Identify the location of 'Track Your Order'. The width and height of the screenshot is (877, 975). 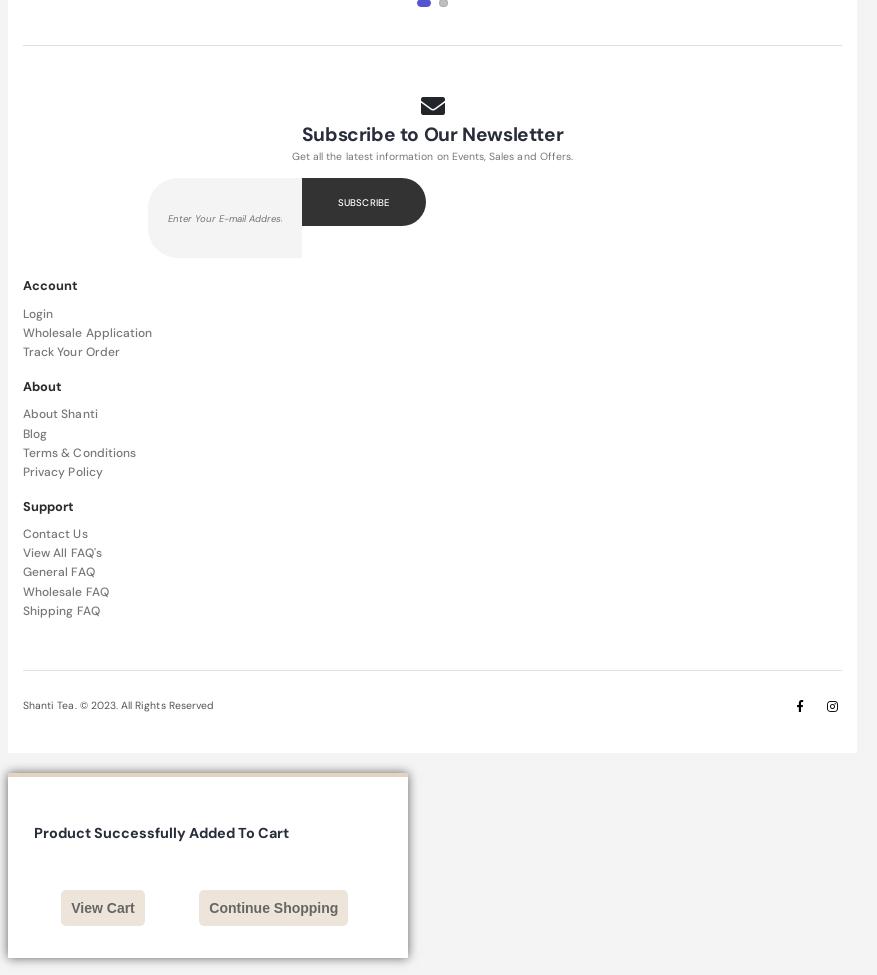
(71, 350).